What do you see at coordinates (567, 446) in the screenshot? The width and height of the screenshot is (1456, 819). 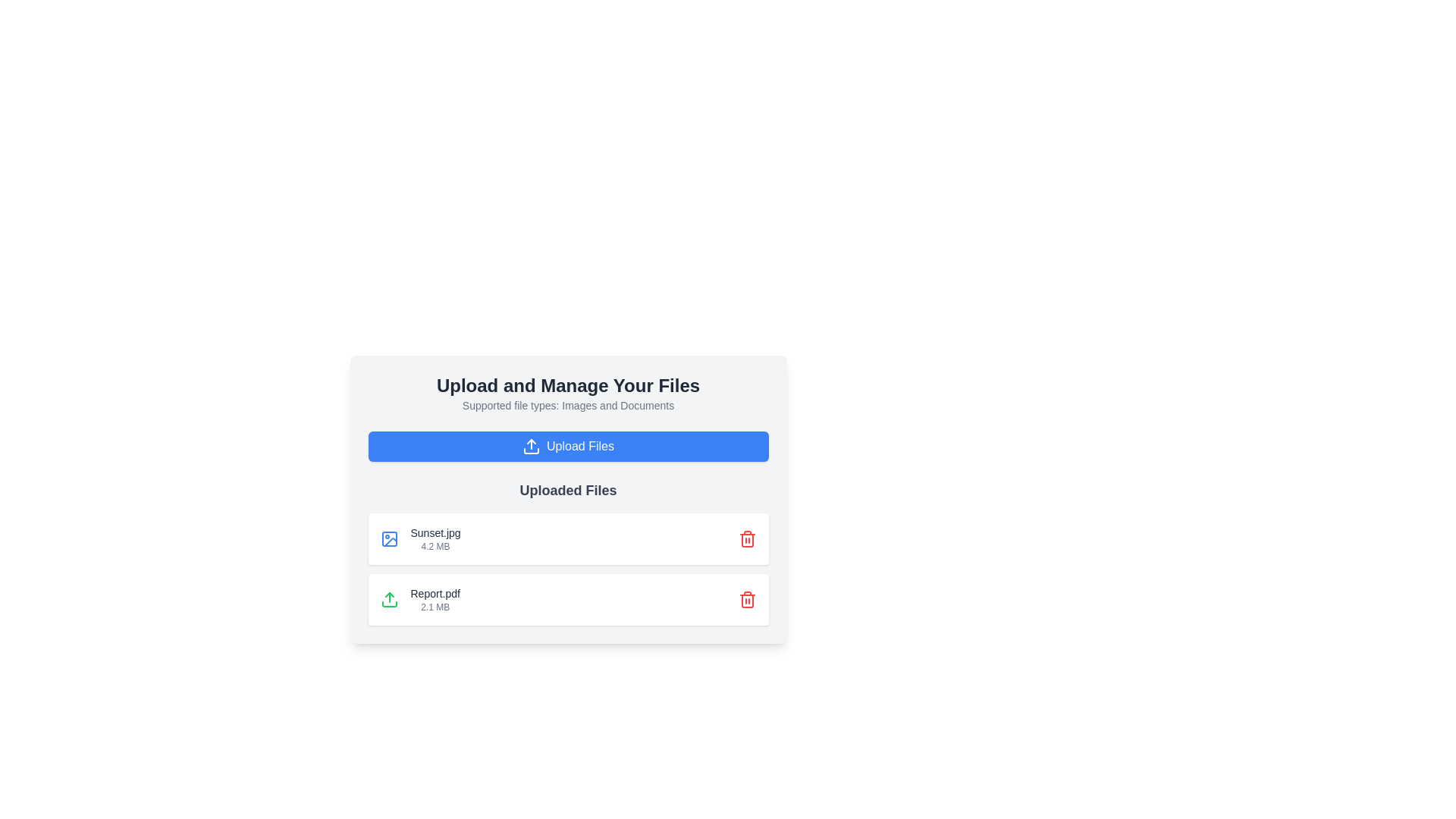 I see `the blue 'Upload Files' button with rounded corners to observe its visual effect` at bounding box center [567, 446].